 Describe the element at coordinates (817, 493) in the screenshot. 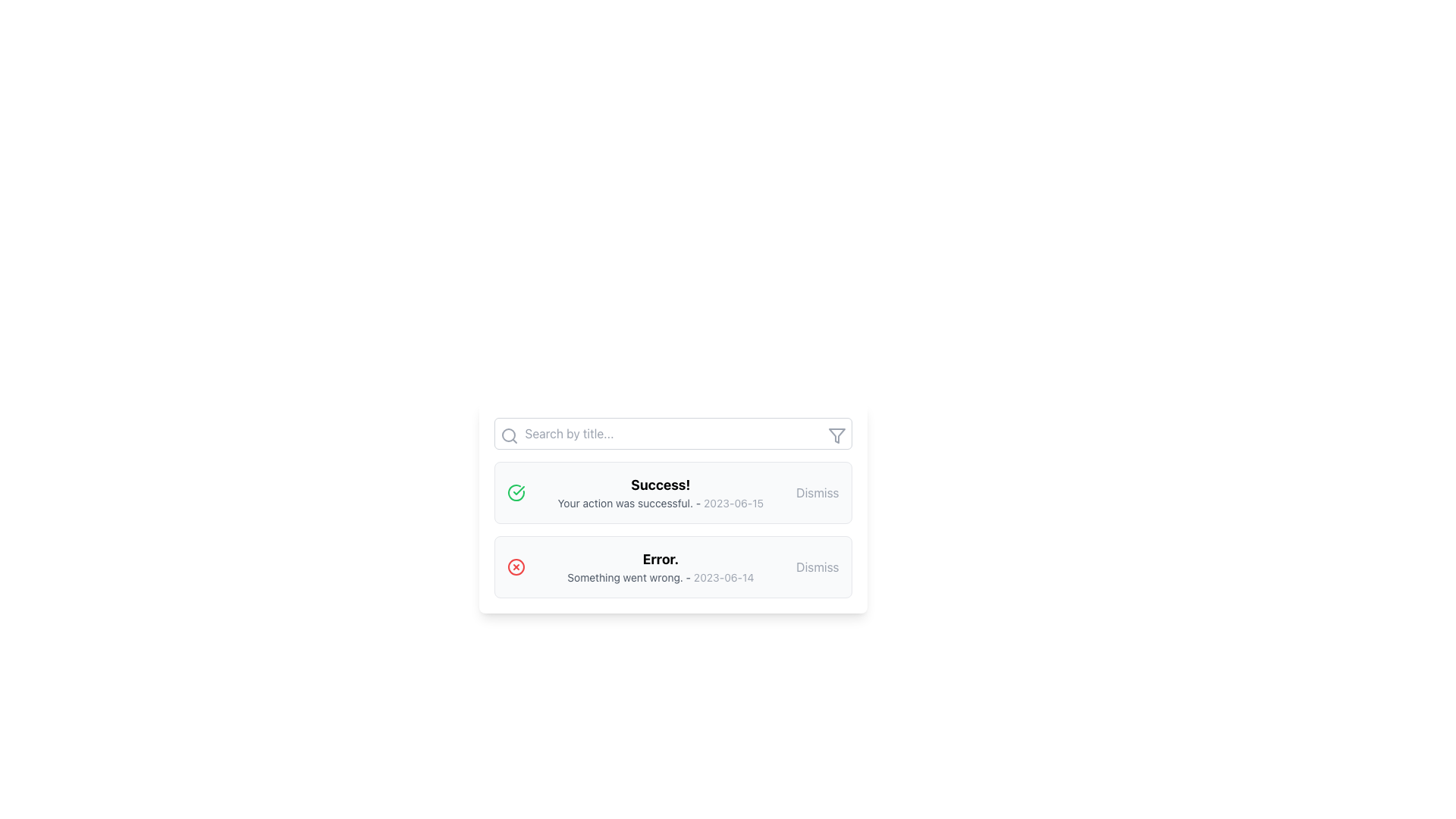

I see `the 'Dismiss' button located at the far right of the notification card` at that location.